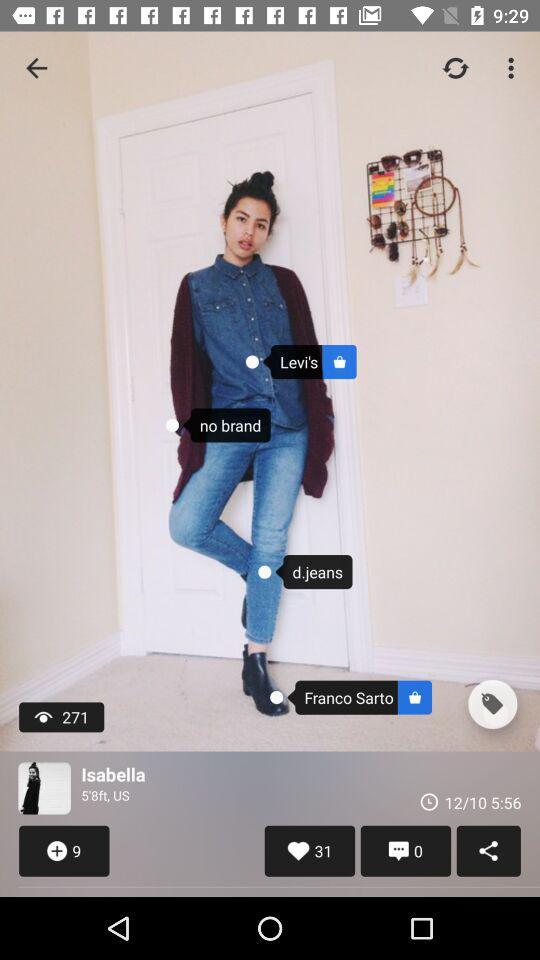 Image resolution: width=540 pixels, height=960 pixels. I want to click on the item to the left of isabella item, so click(44, 788).